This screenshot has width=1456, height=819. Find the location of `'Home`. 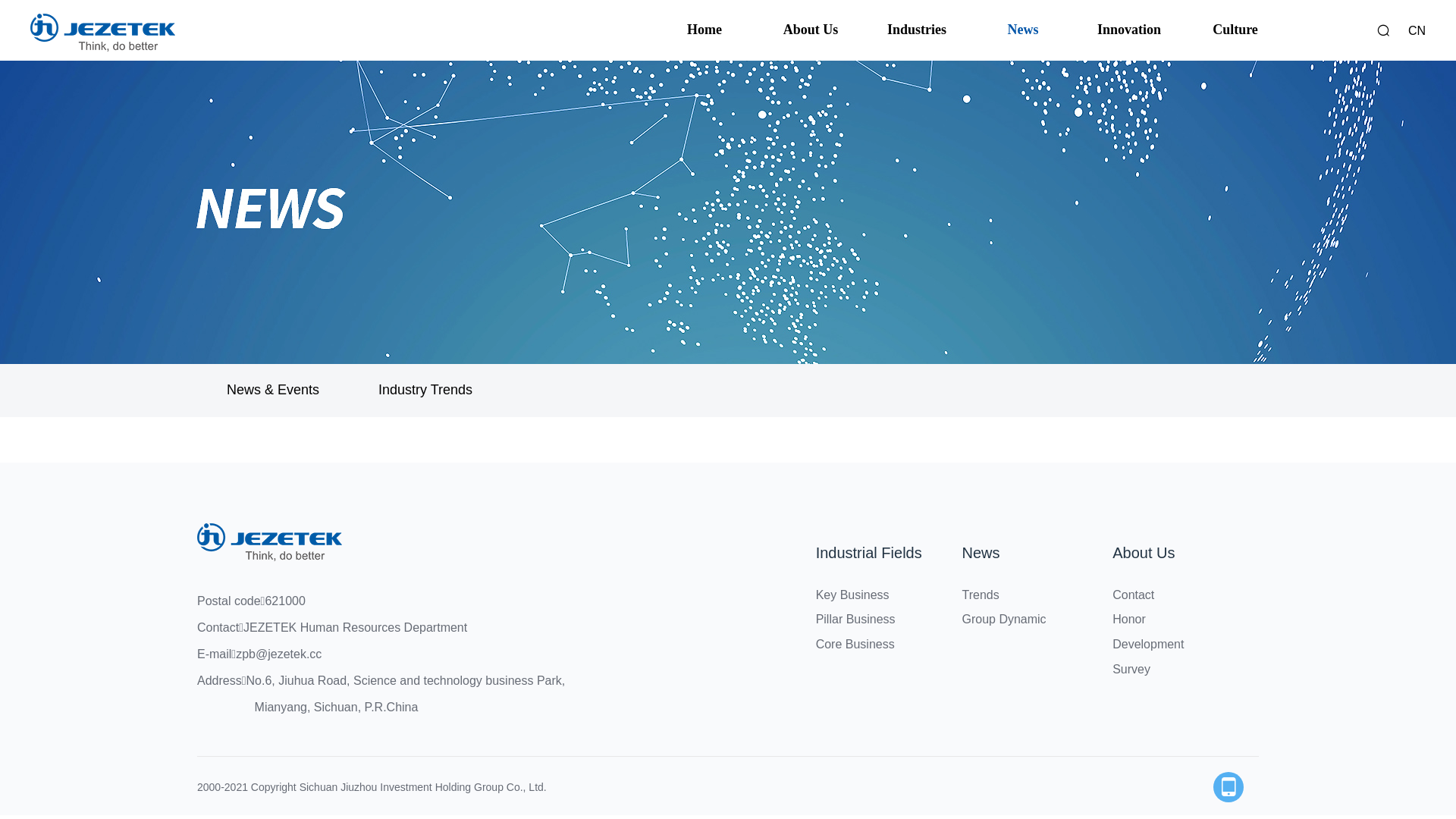

'Home is located at coordinates (704, 30).